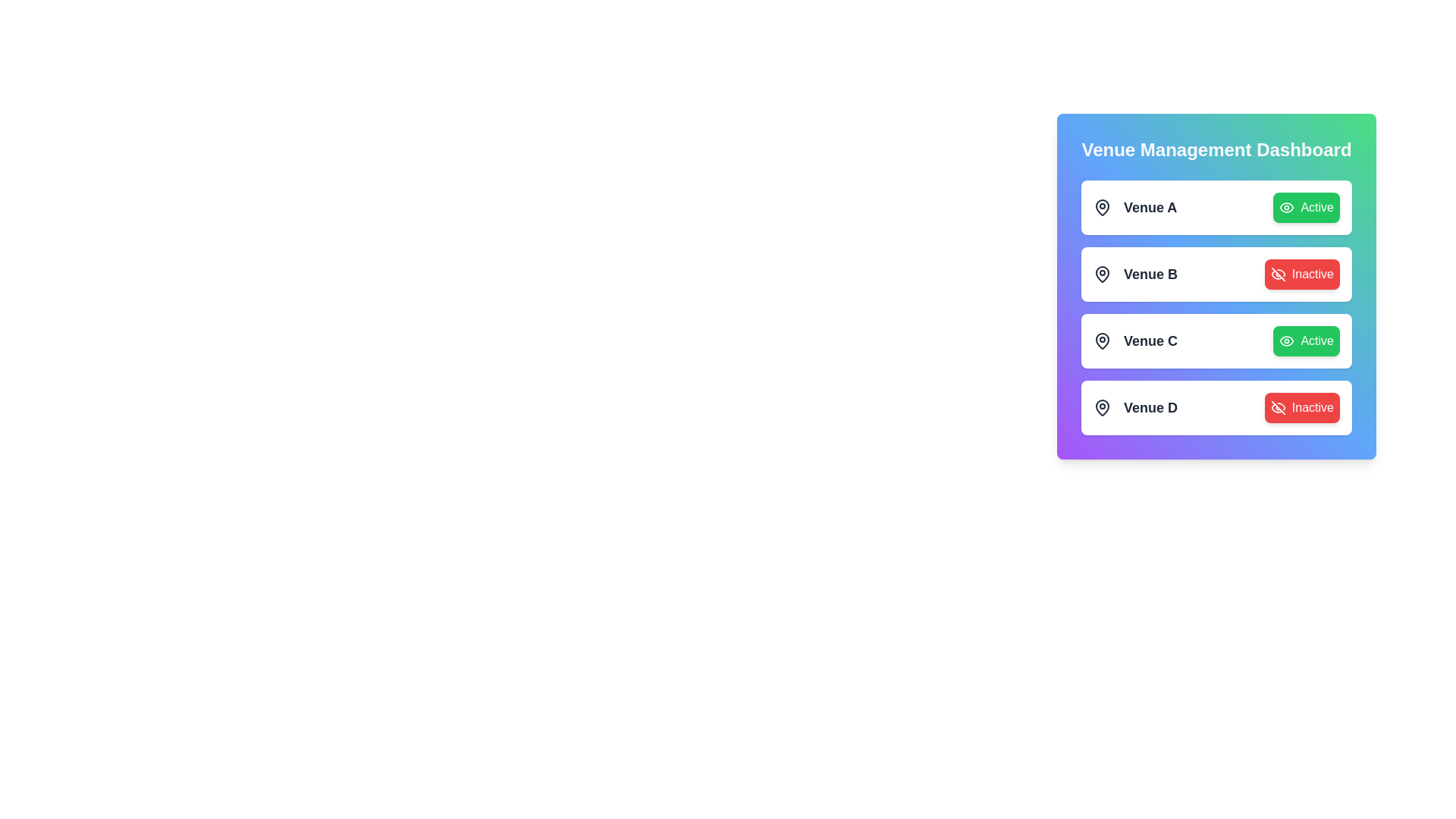 This screenshot has height=819, width=1456. What do you see at coordinates (1301, 406) in the screenshot?
I see `the venue status button for Venue D` at bounding box center [1301, 406].